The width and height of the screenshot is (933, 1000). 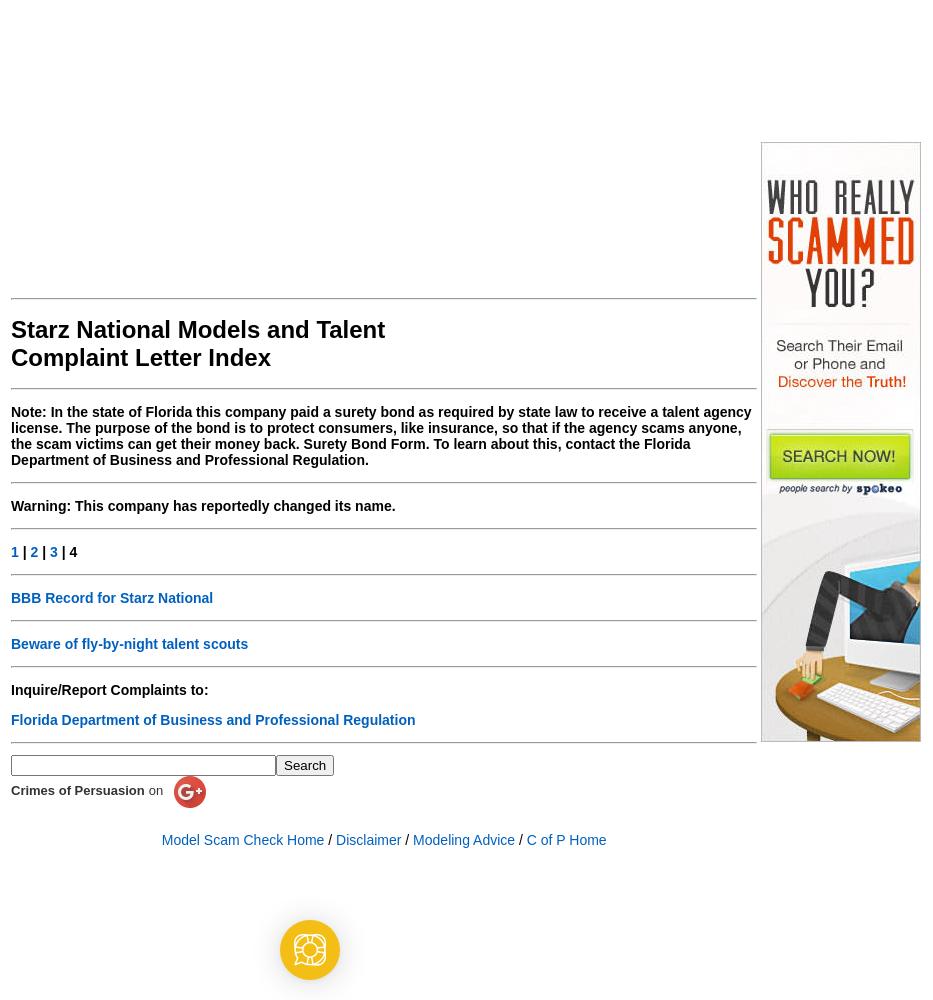 What do you see at coordinates (525, 839) in the screenshot?
I see `'C of P Home'` at bounding box center [525, 839].